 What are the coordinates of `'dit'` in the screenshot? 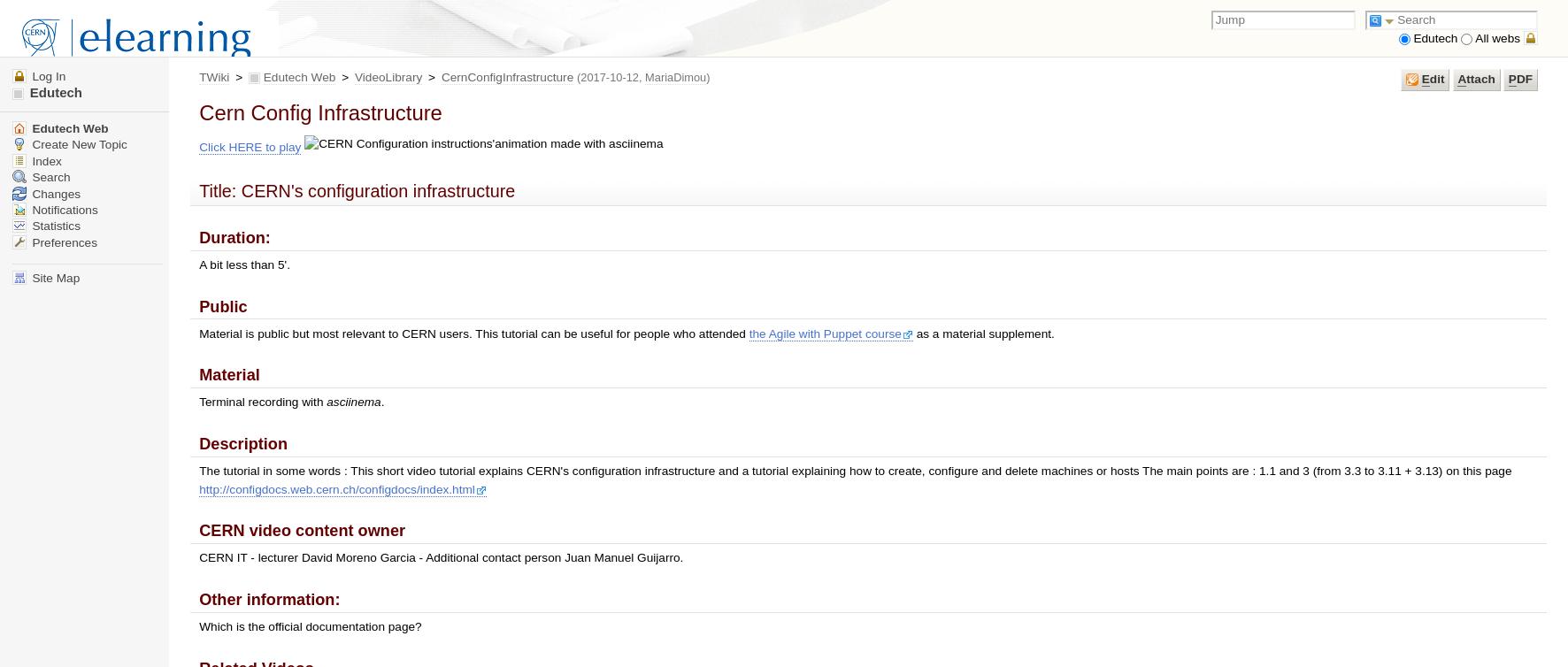 It's located at (1435, 79).